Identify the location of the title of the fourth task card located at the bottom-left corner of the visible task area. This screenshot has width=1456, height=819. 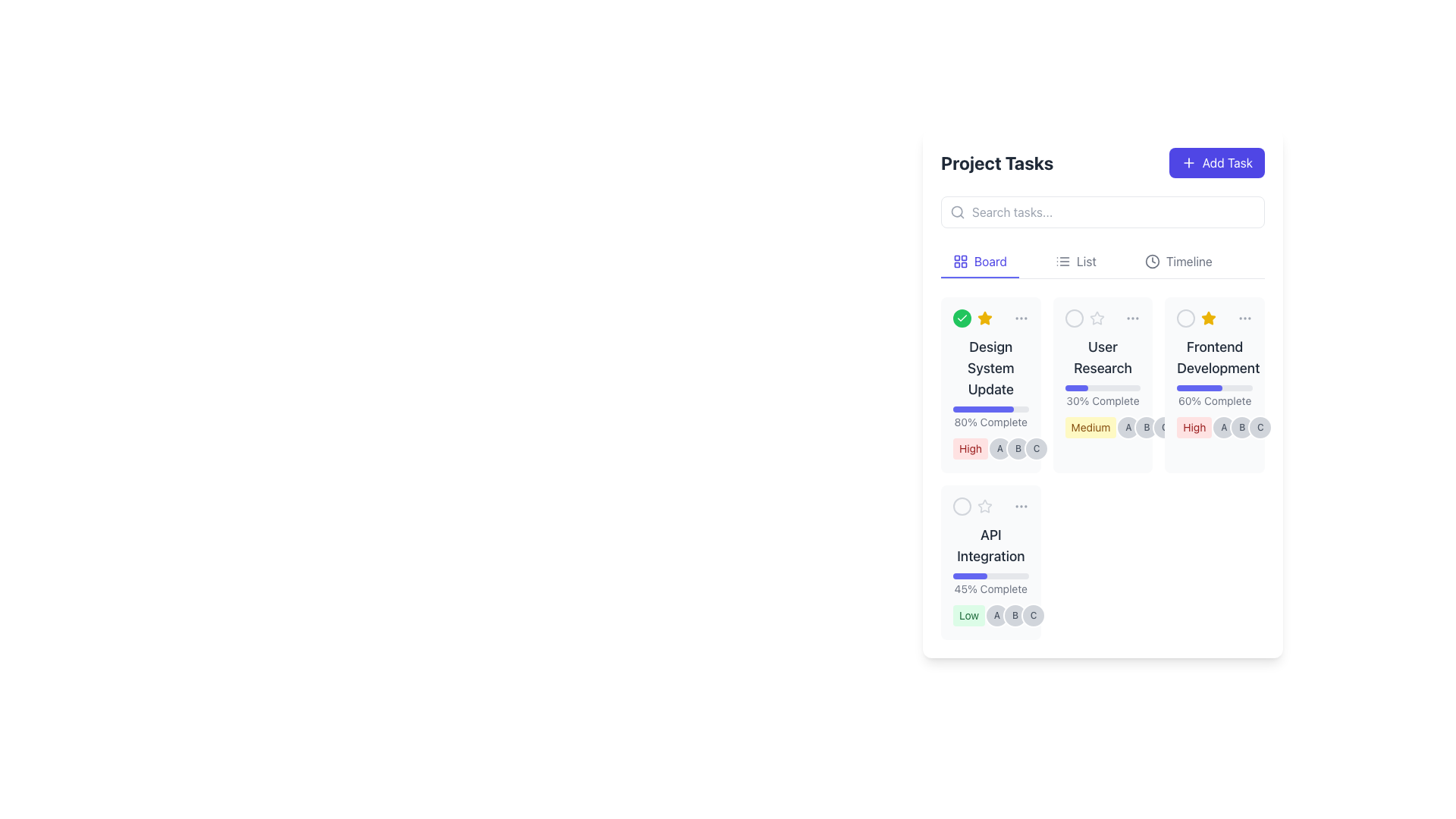
(990, 562).